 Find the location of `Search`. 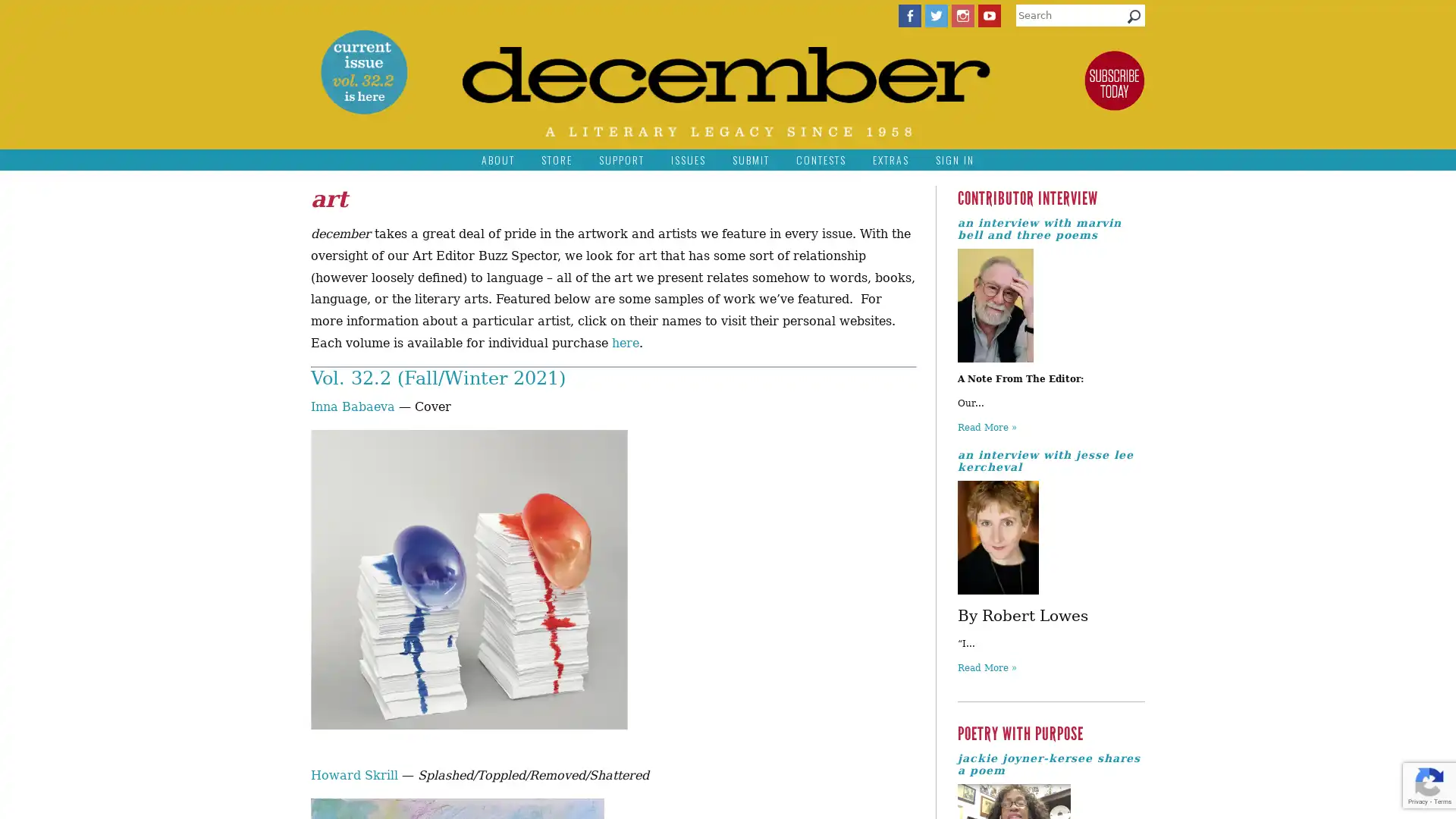

Search is located at coordinates (1134, 20).